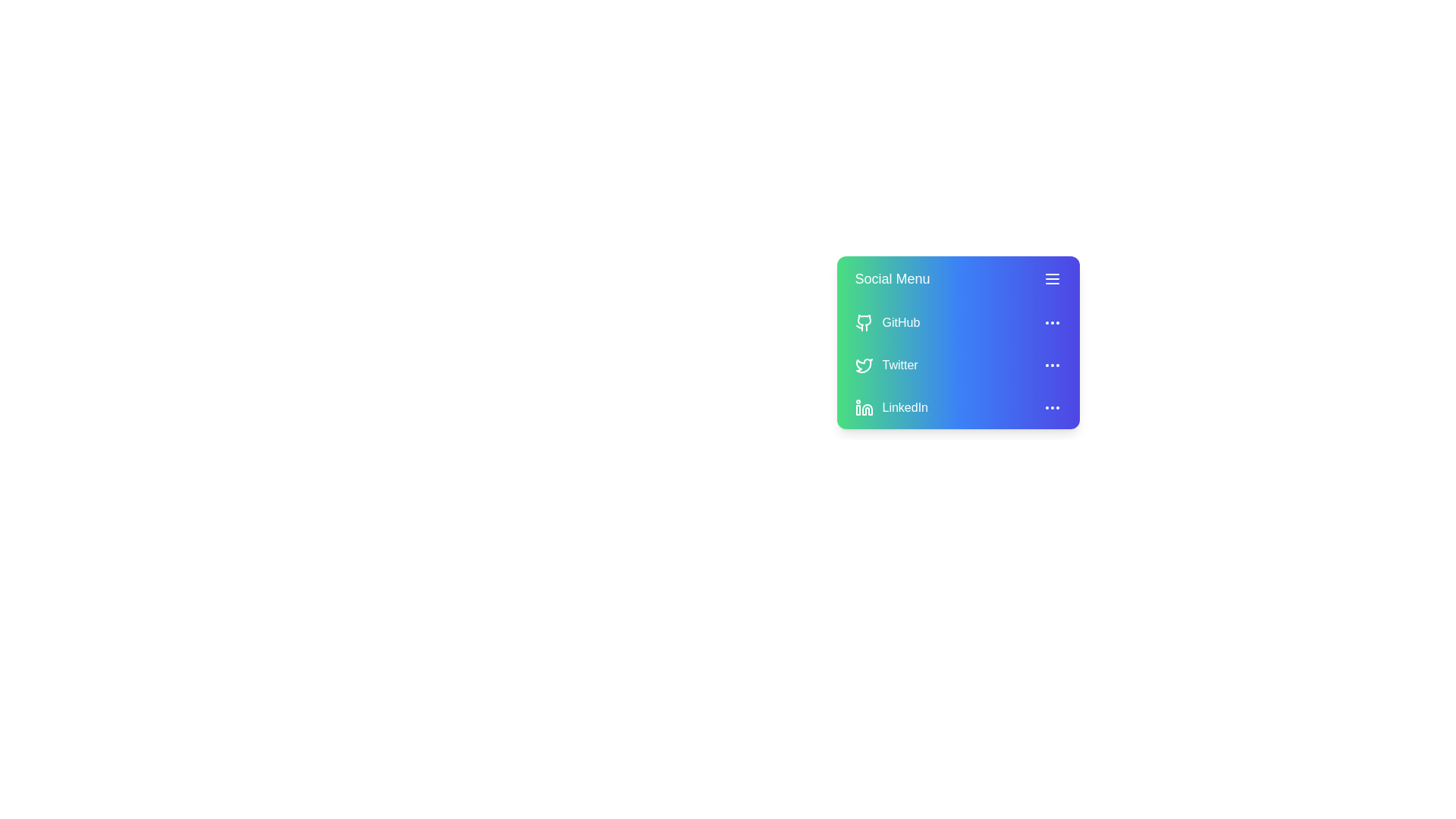 The width and height of the screenshot is (1456, 819). What do you see at coordinates (901, 322) in the screenshot?
I see `the GitHub item in the menu to navigate to its respective link` at bounding box center [901, 322].